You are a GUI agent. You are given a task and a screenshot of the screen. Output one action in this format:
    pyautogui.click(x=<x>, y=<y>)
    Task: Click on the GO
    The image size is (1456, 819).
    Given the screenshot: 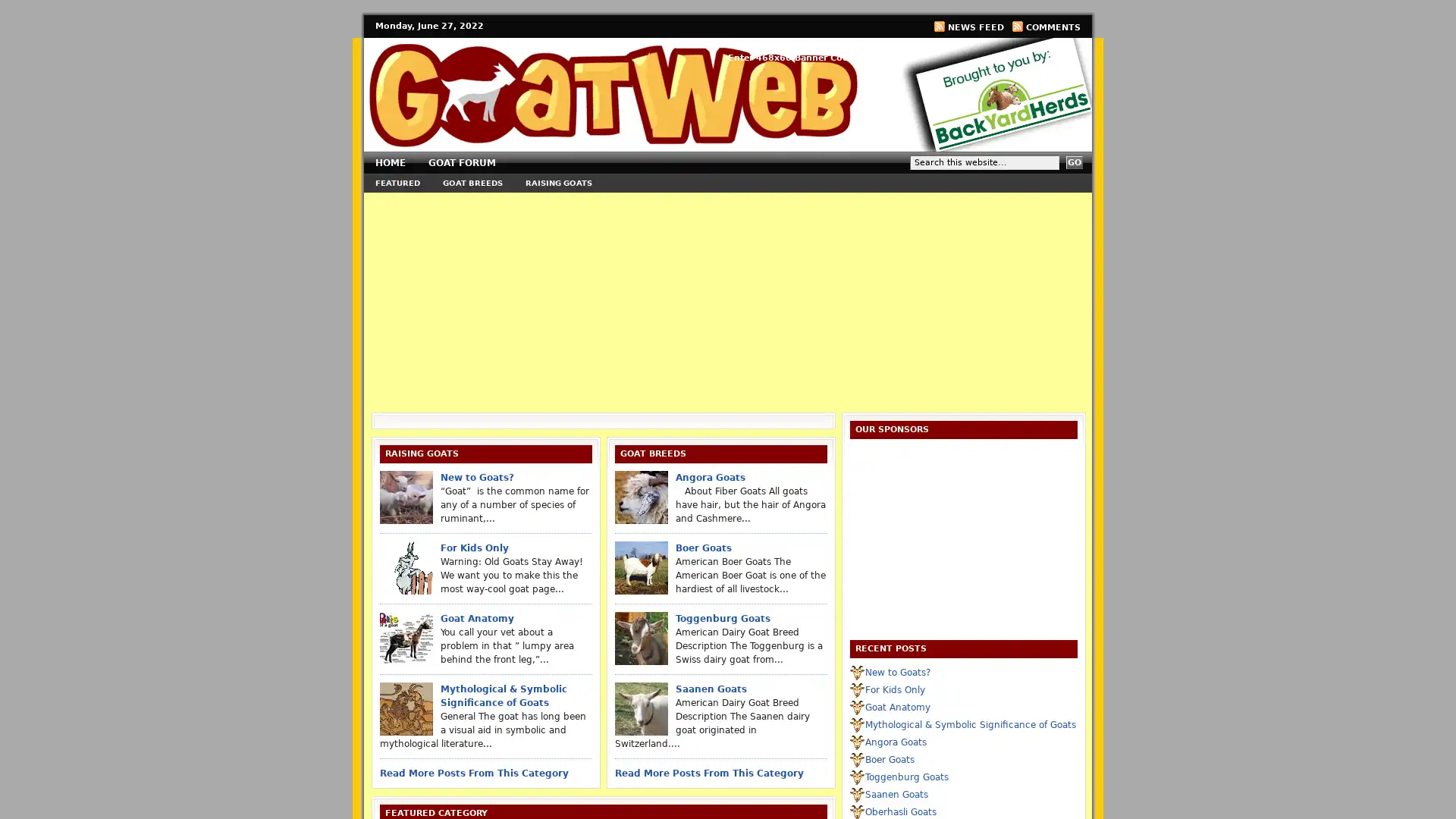 What is the action you would take?
    pyautogui.click(x=1073, y=162)
    